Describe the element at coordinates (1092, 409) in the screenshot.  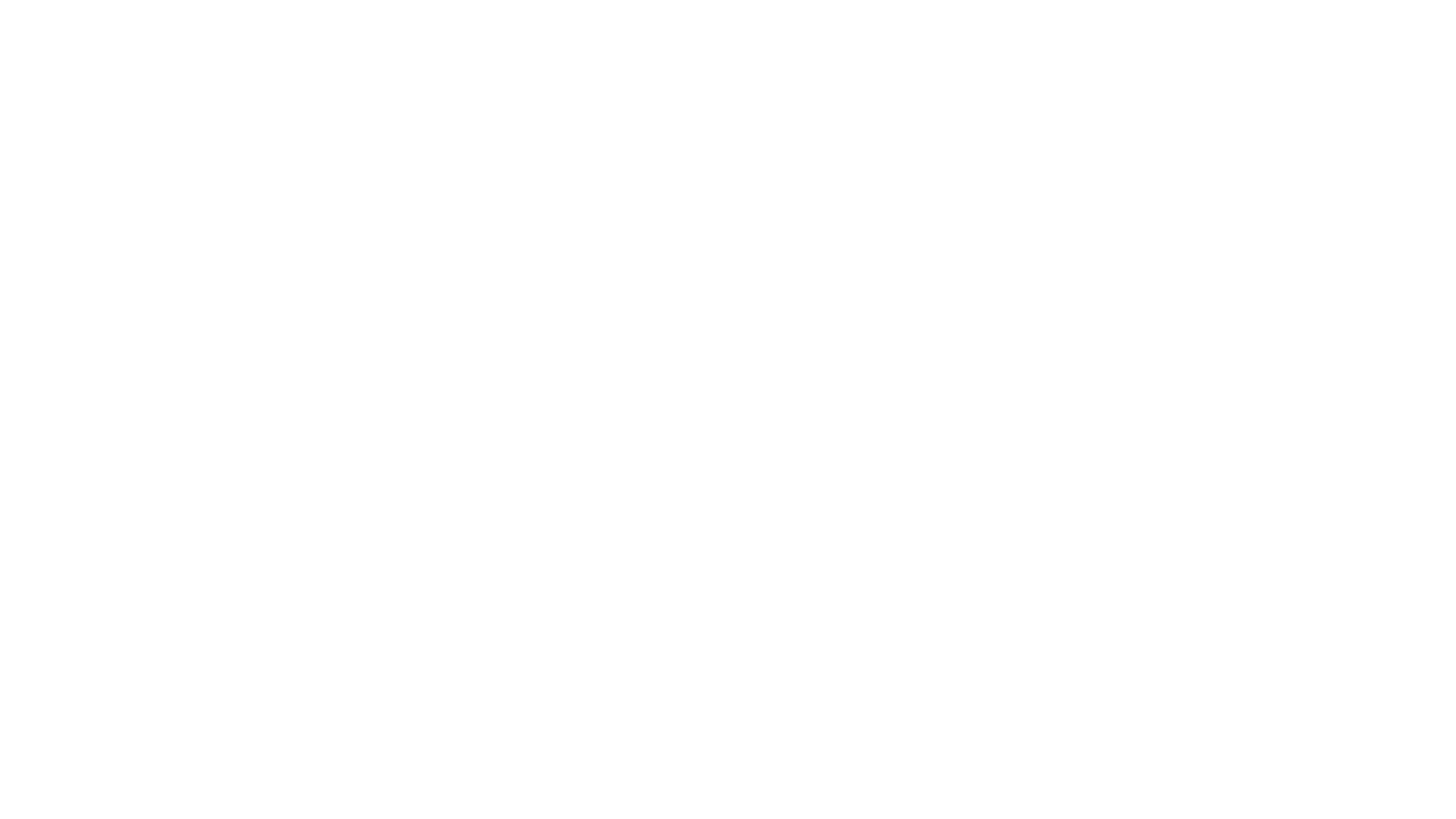
I see `Search` at that location.